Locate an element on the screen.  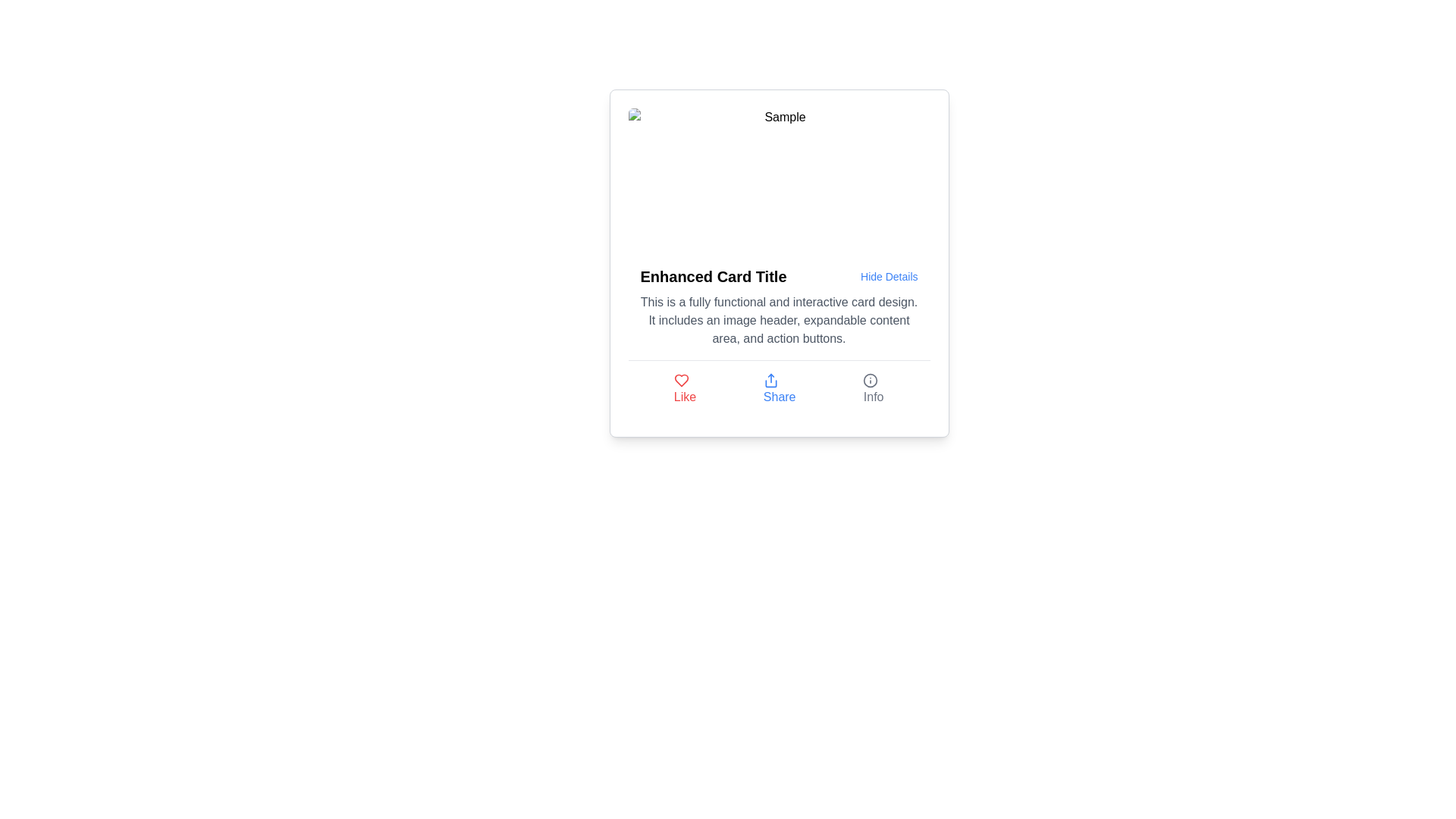
the central circular part of the 'Info' icon, which is the third icon in a horizontal list at the bottom of the card component is located at coordinates (871, 379).